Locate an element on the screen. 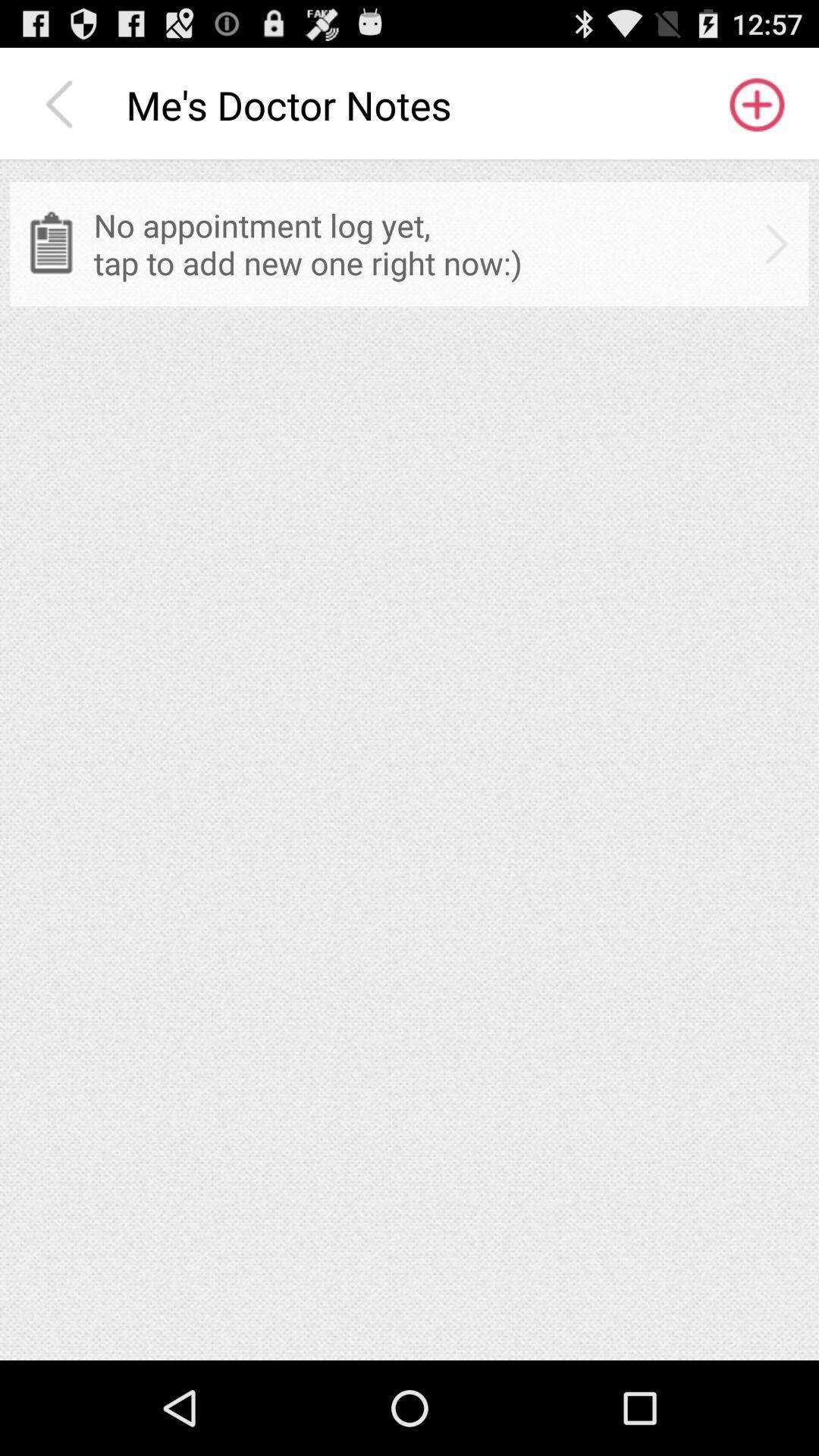 This screenshot has width=819, height=1456. the item to the left of the me s doctor icon is located at coordinates (62, 104).